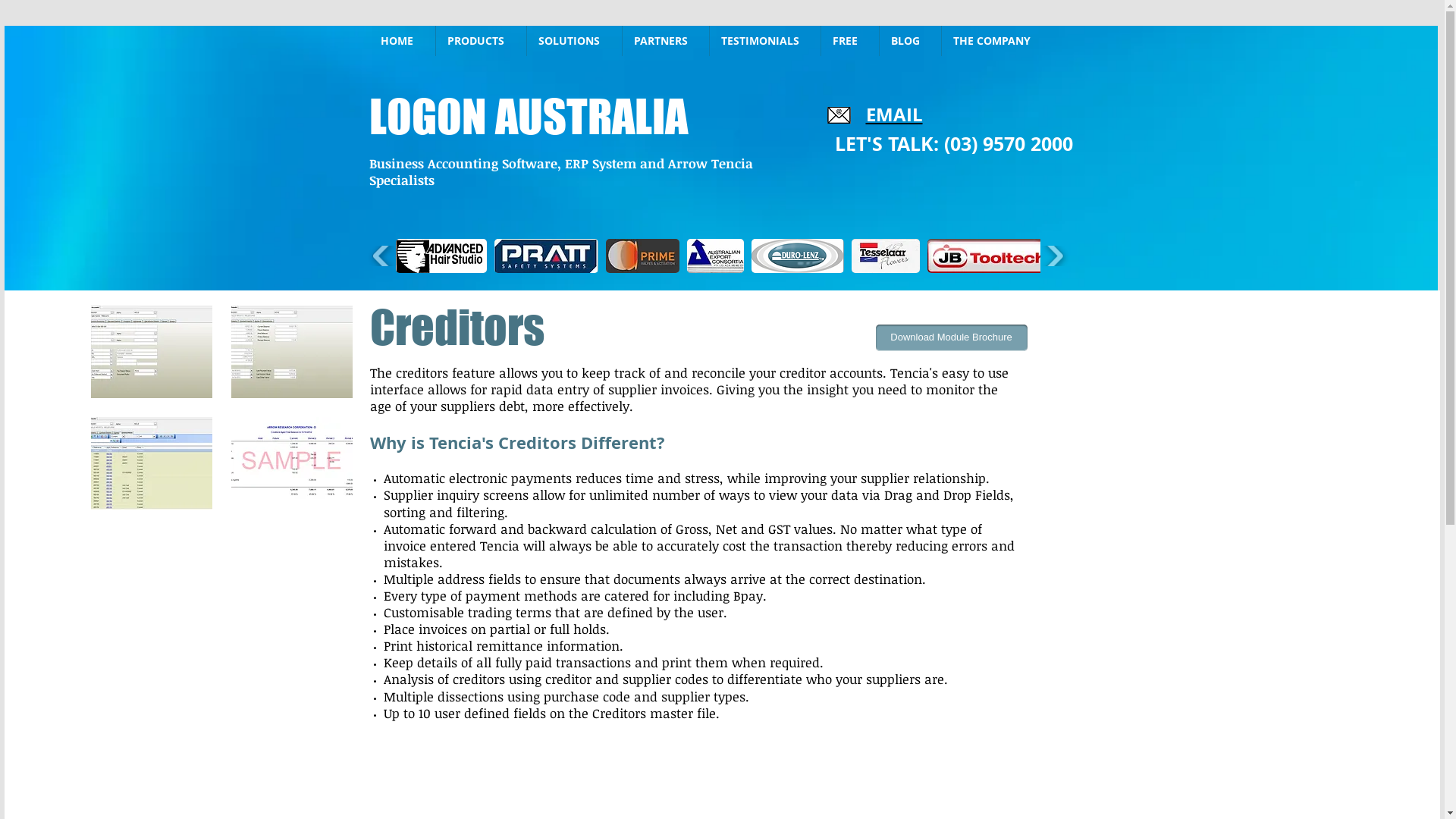 The width and height of the screenshot is (1456, 819). What do you see at coordinates (996, 40) in the screenshot?
I see `'THE COMPANY'` at bounding box center [996, 40].